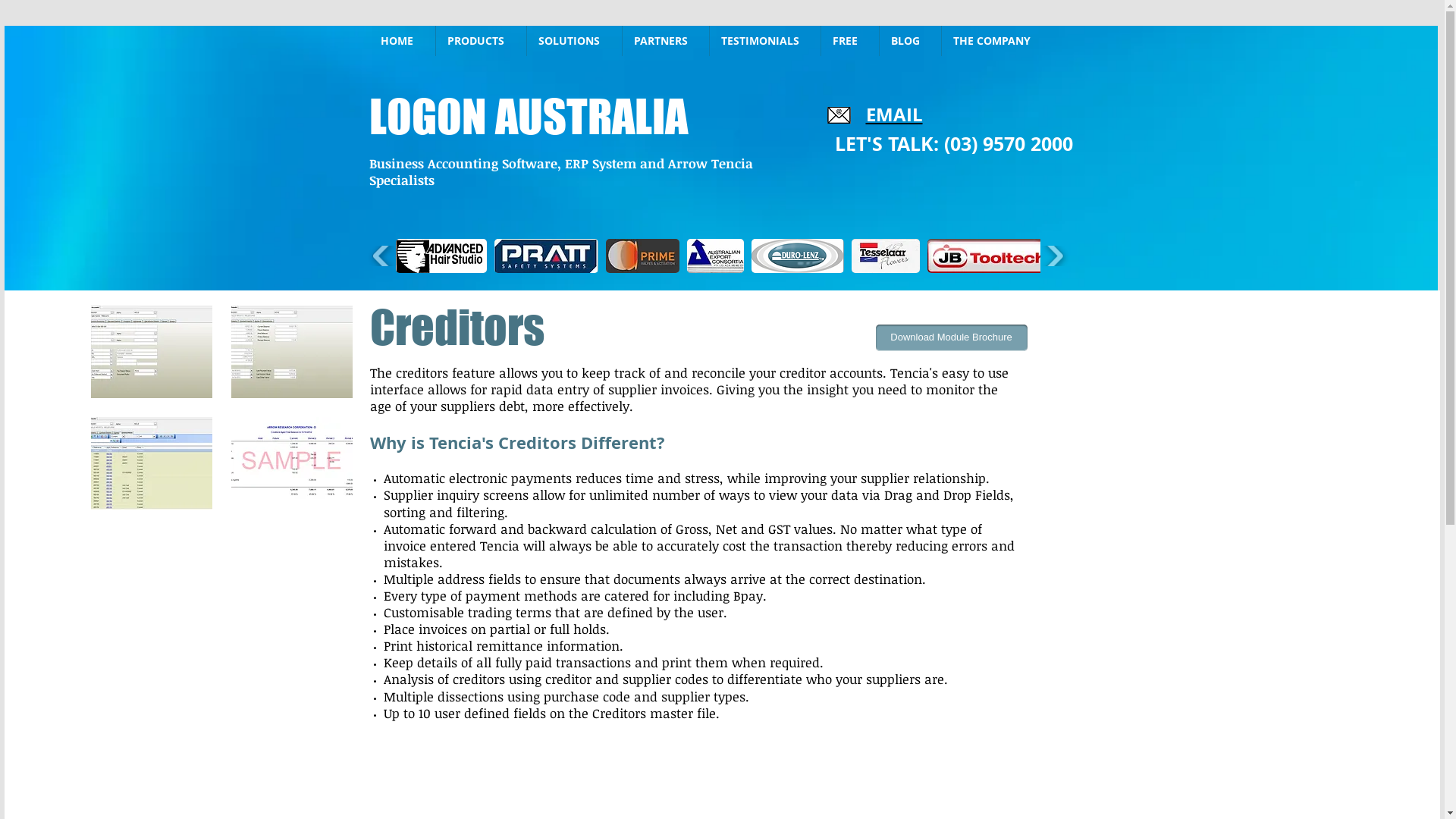 The width and height of the screenshot is (1456, 819). What do you see at coordinates (996, 40) in the screenshot?
I see `'THE COMPANY'` at bounding box center [996, 40].